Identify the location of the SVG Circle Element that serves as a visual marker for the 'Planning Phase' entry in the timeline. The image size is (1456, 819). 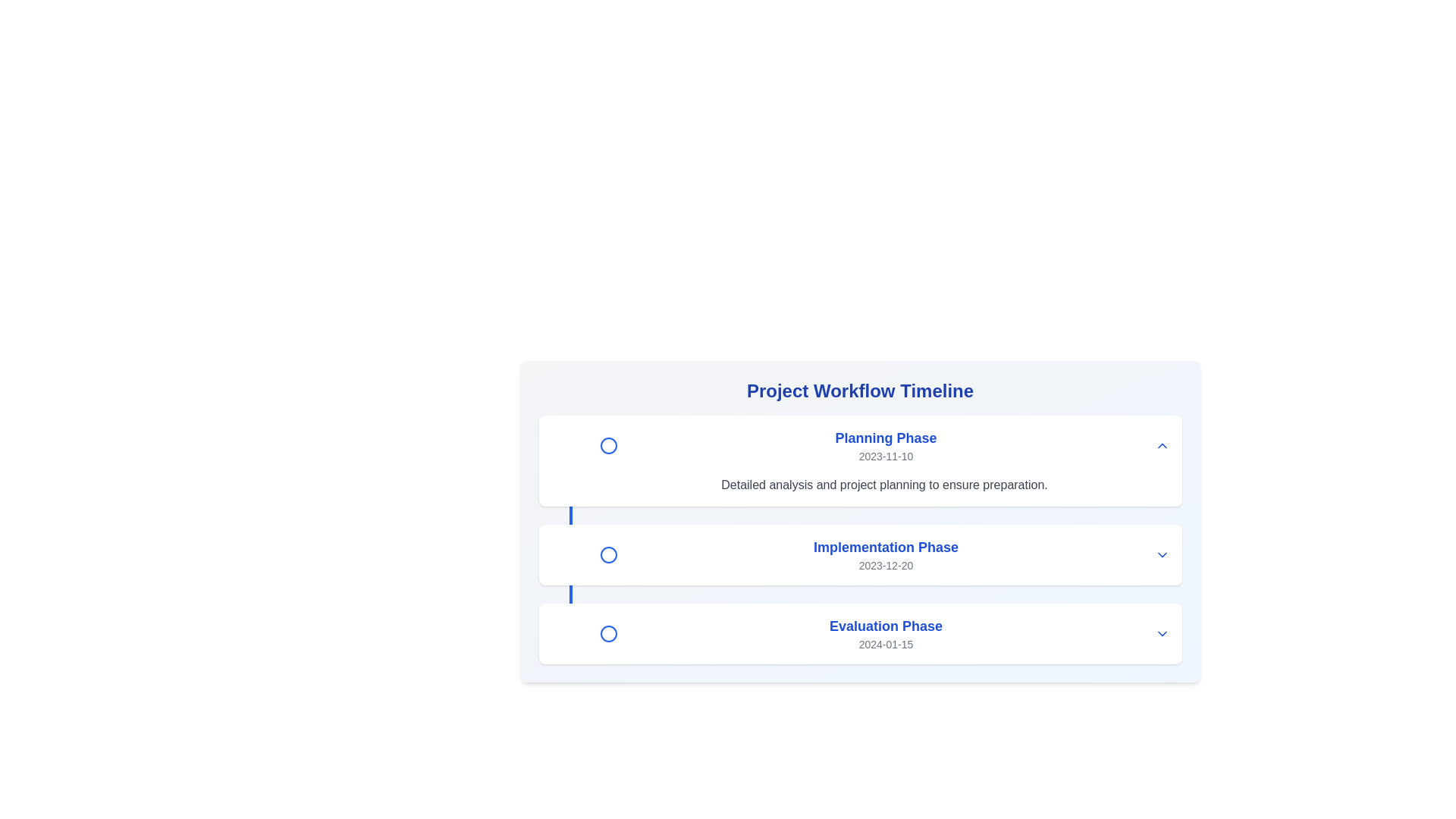
(608, 444).